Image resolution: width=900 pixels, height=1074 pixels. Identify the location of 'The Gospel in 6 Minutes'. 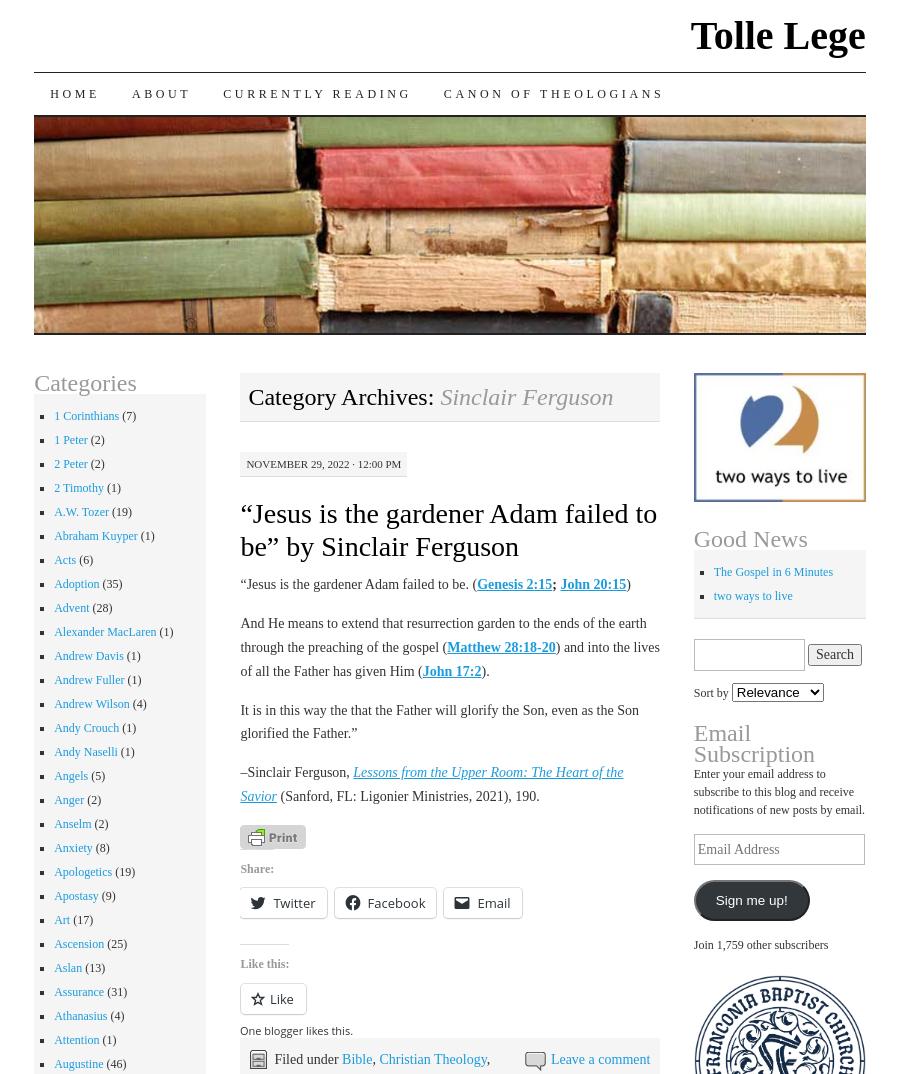
(772, 571).